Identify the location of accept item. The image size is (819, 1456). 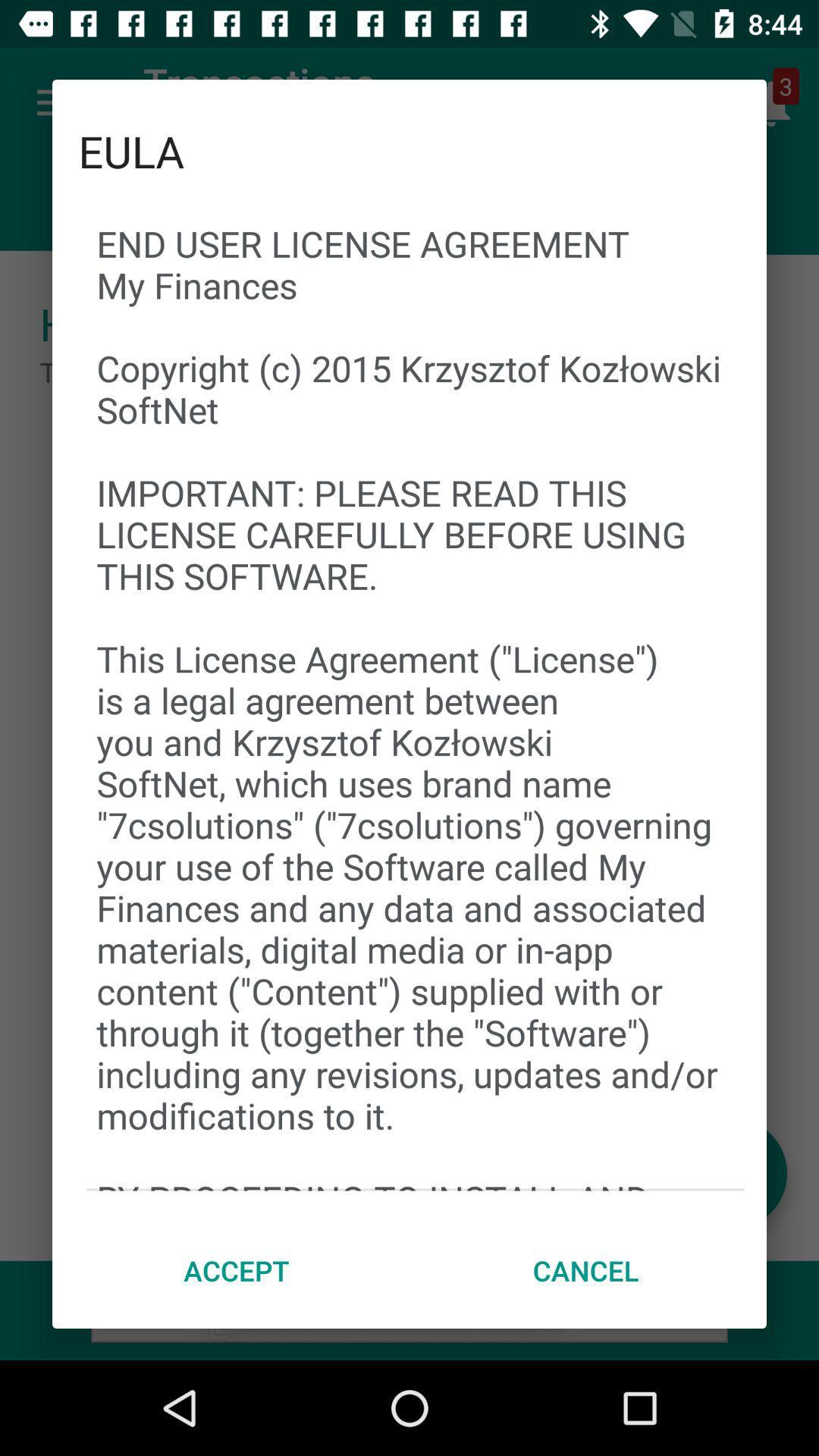
(237, 1270).